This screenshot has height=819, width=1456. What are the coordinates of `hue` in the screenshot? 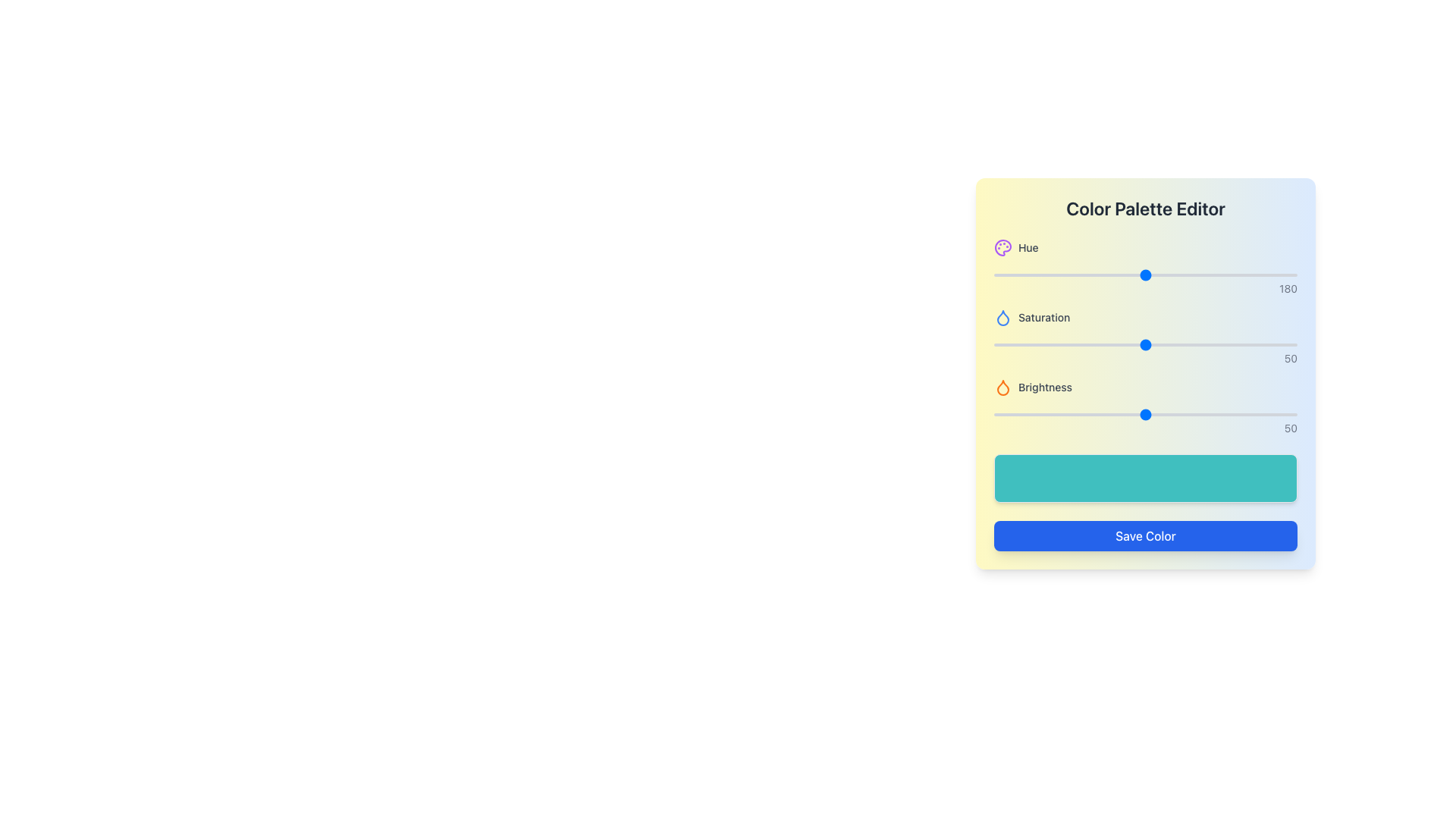 It's located at (1030, 275).